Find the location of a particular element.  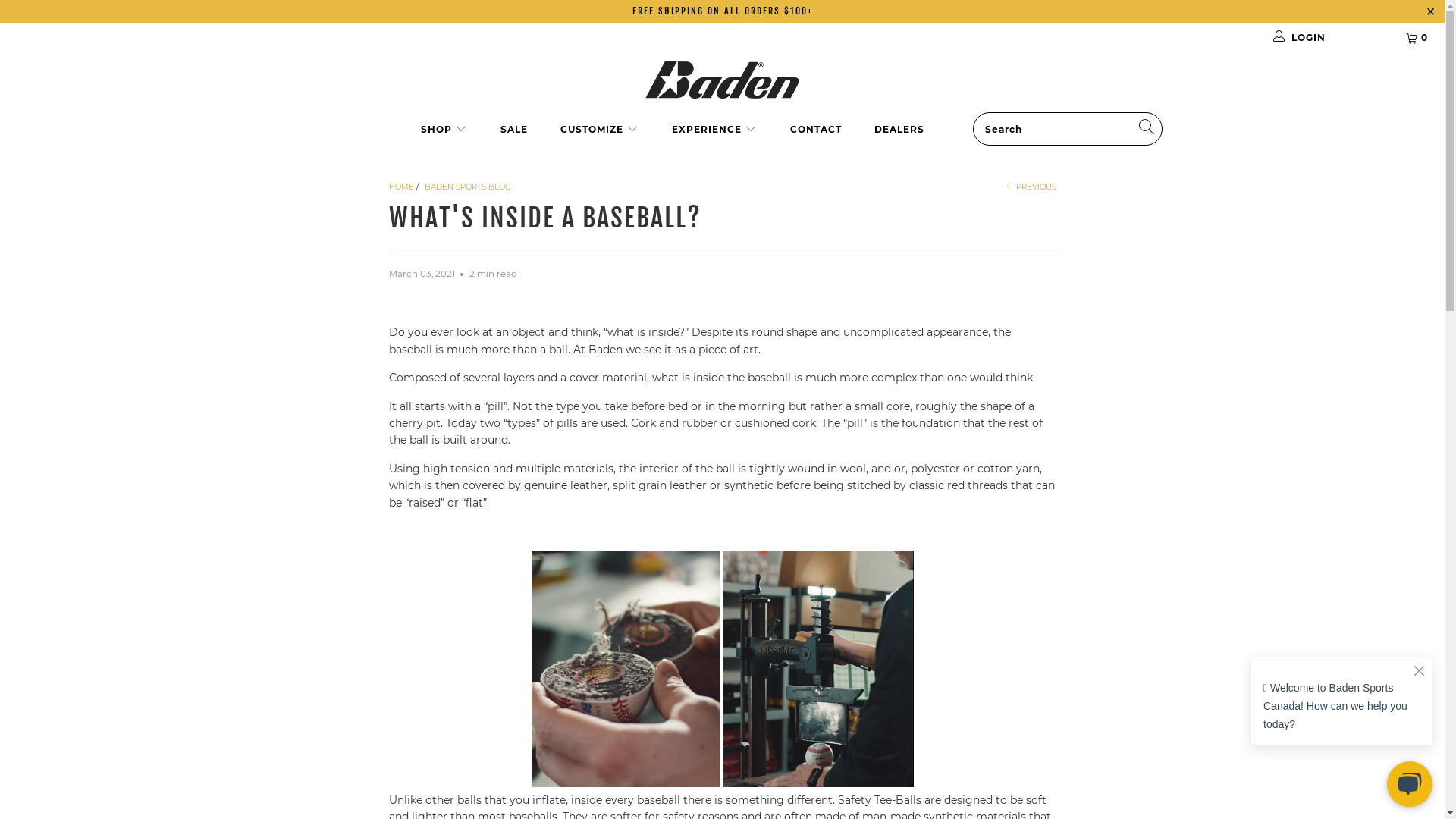

'BADEN SPORTS BLOG' is located at coordinates (467, 186).